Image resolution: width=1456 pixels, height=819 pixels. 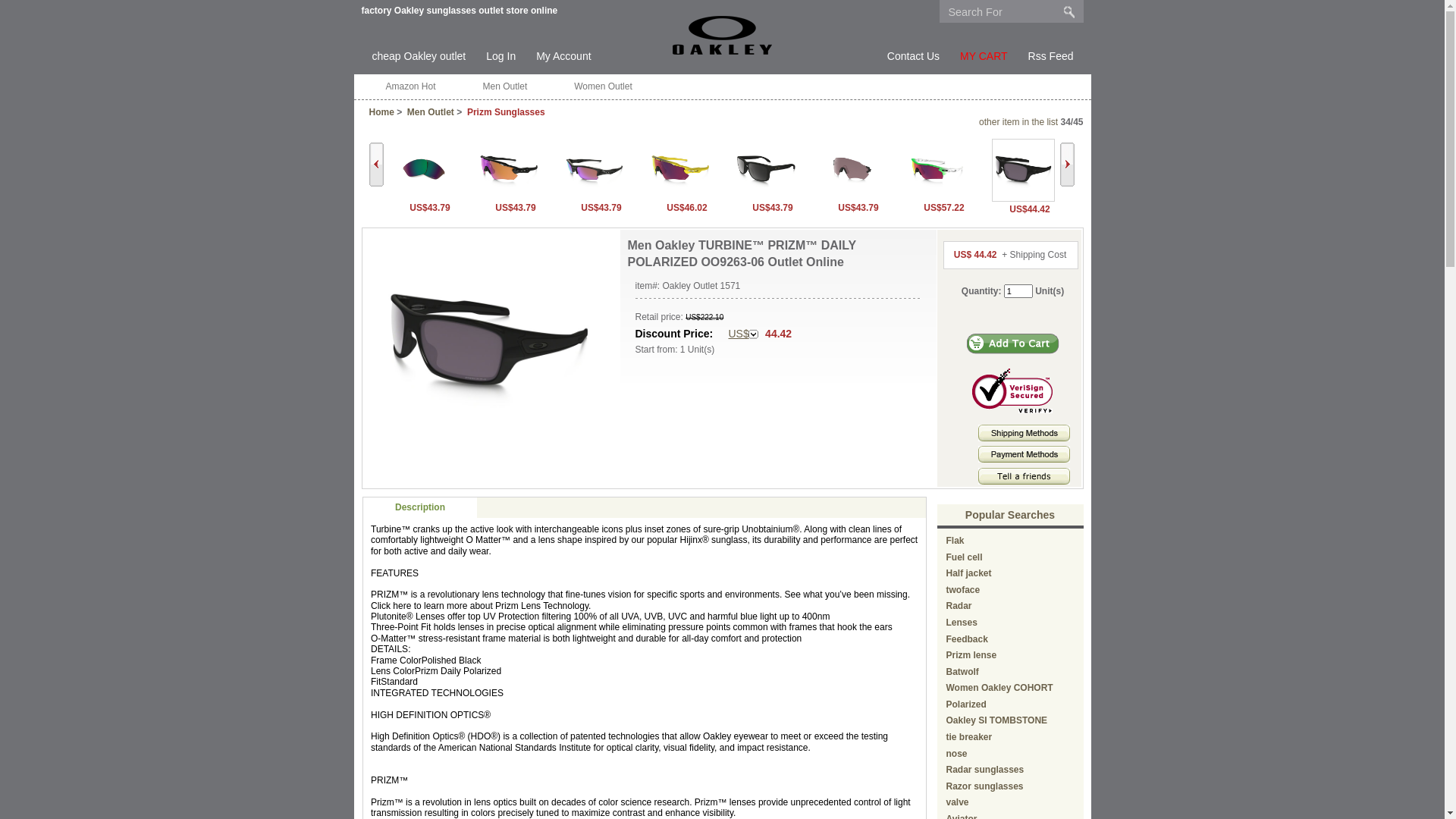 I want to click on 'Oakley SI TOMBSTONE', so click(x=946, y=719).